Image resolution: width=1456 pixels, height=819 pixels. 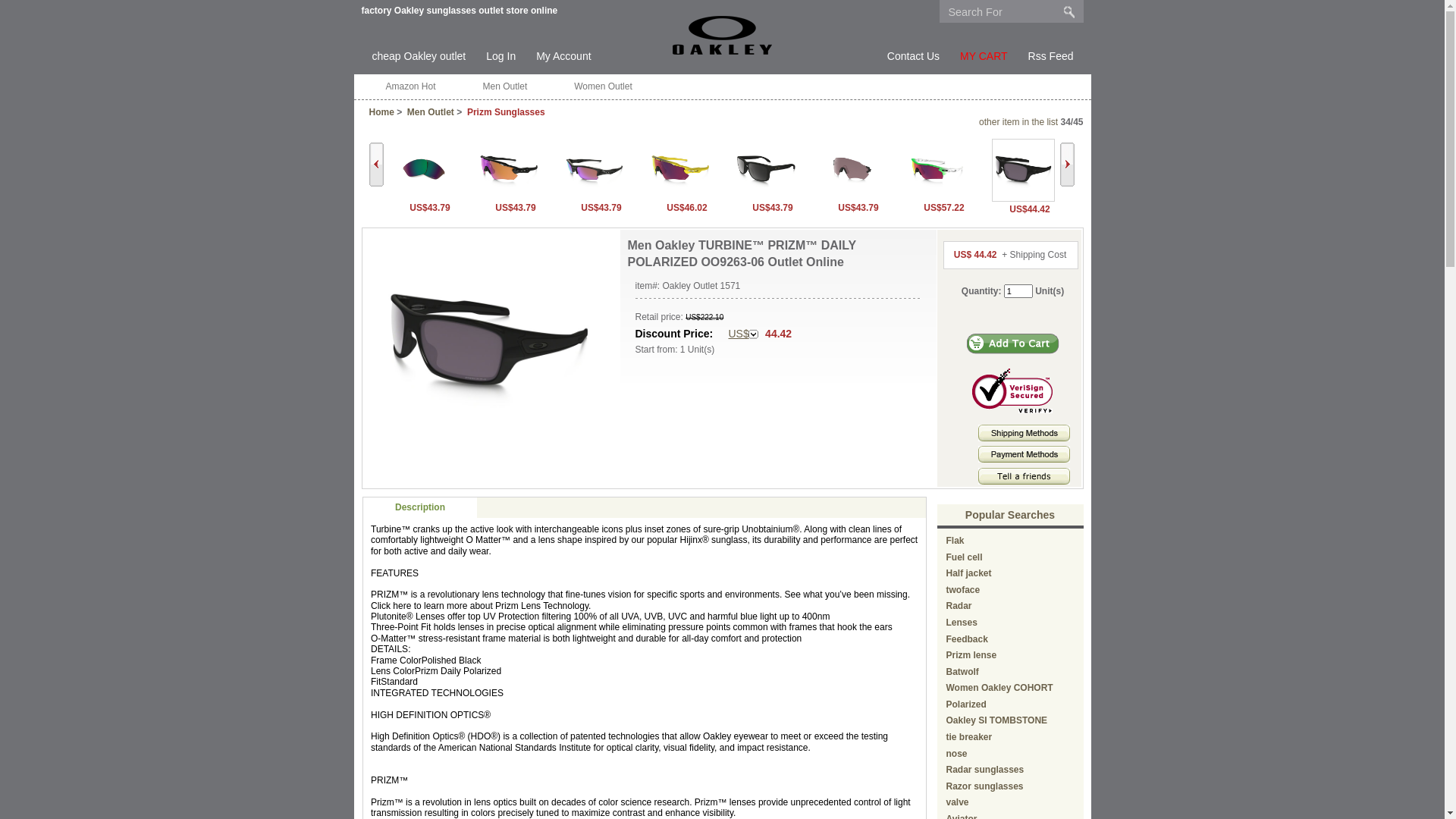 I want to click on 'Oakley SI TOMBSTONE', so click(x=946, y=719).